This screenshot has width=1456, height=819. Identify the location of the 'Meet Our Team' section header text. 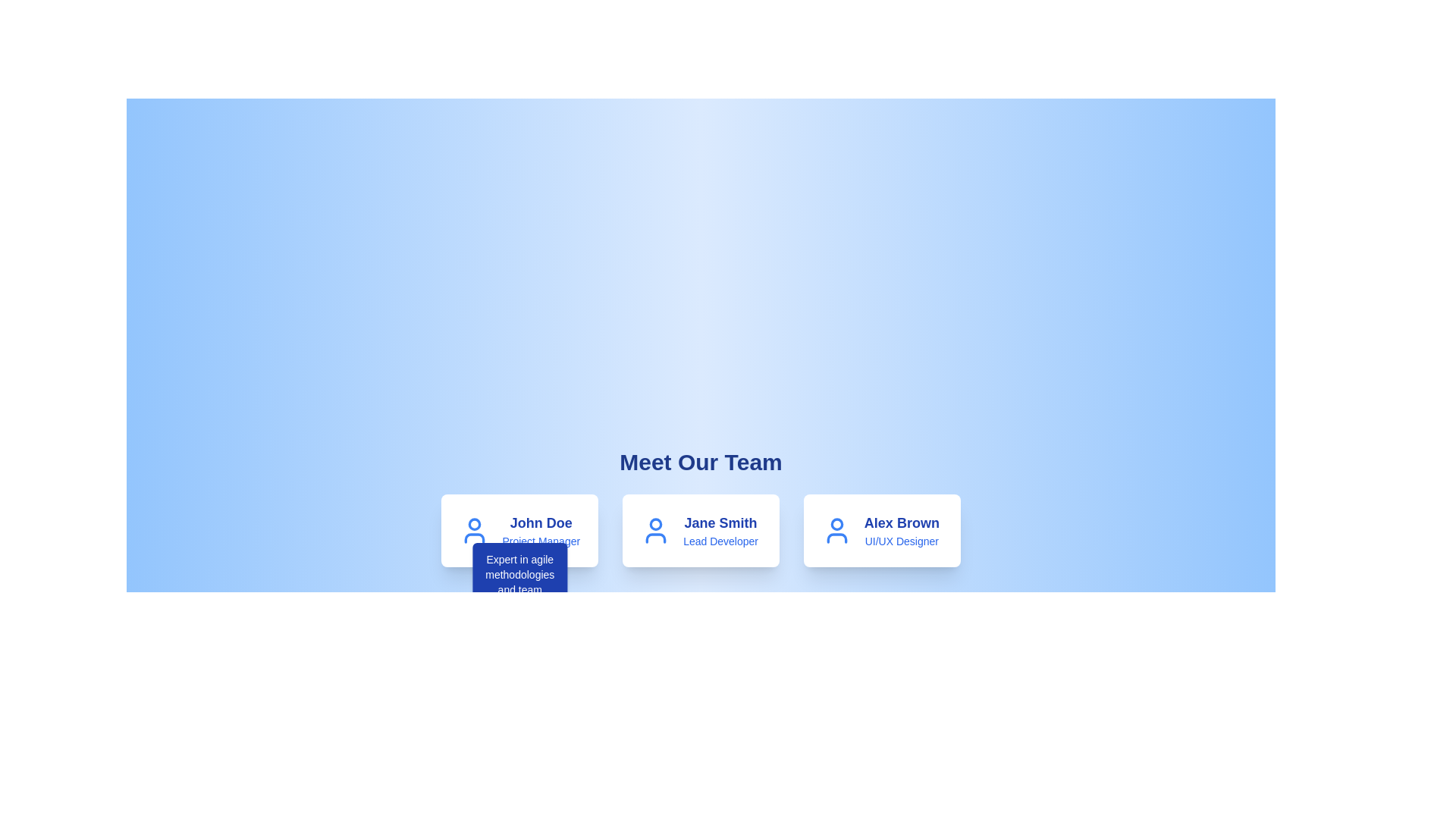
(700, 461).